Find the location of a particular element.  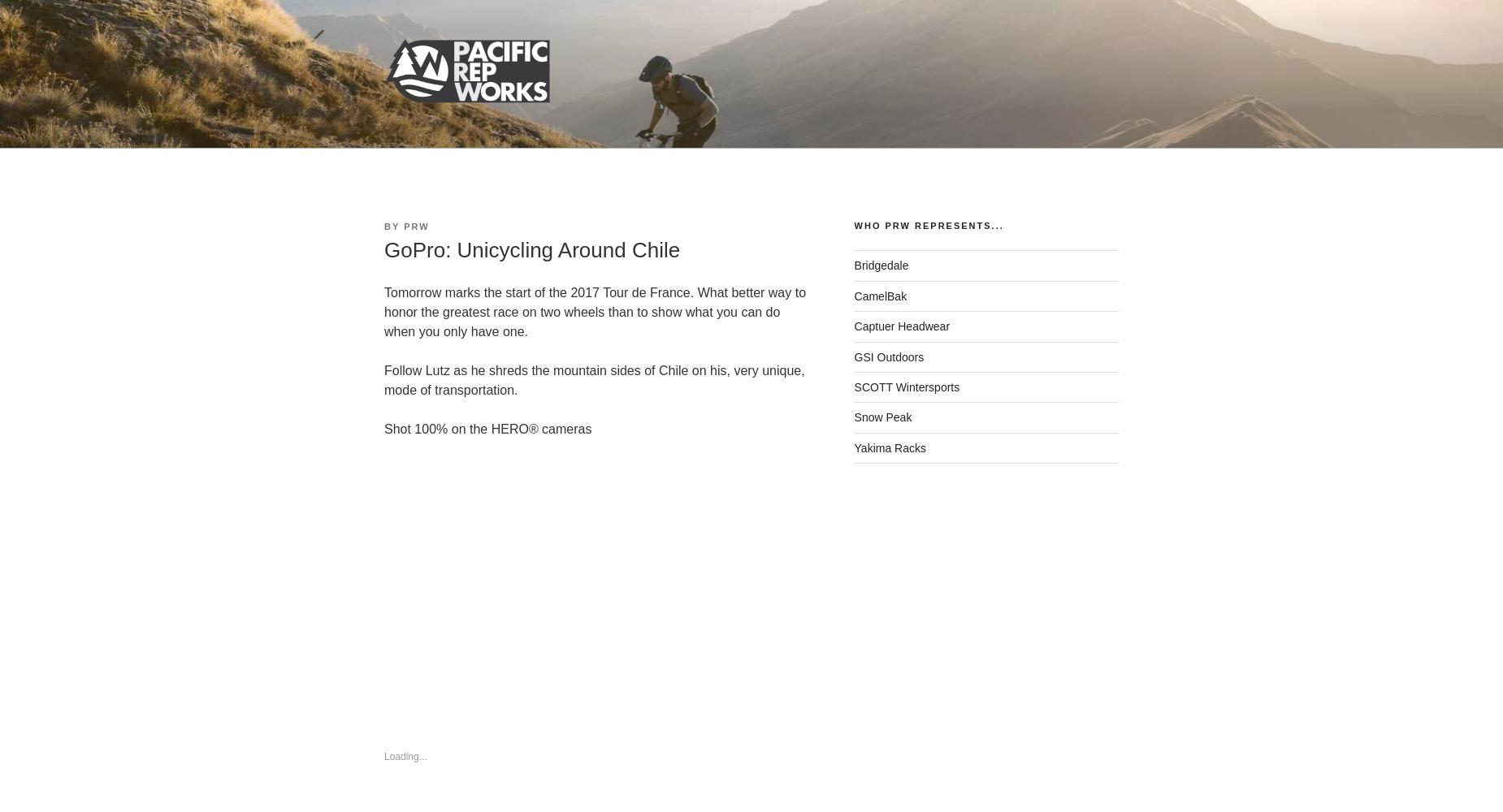

'Tomorrow marks the start of the 2017 Tour de France. What better way to honor the greatest race on two wheels than to show what you can do when you only have one.' is located at coordinates (595, 312).